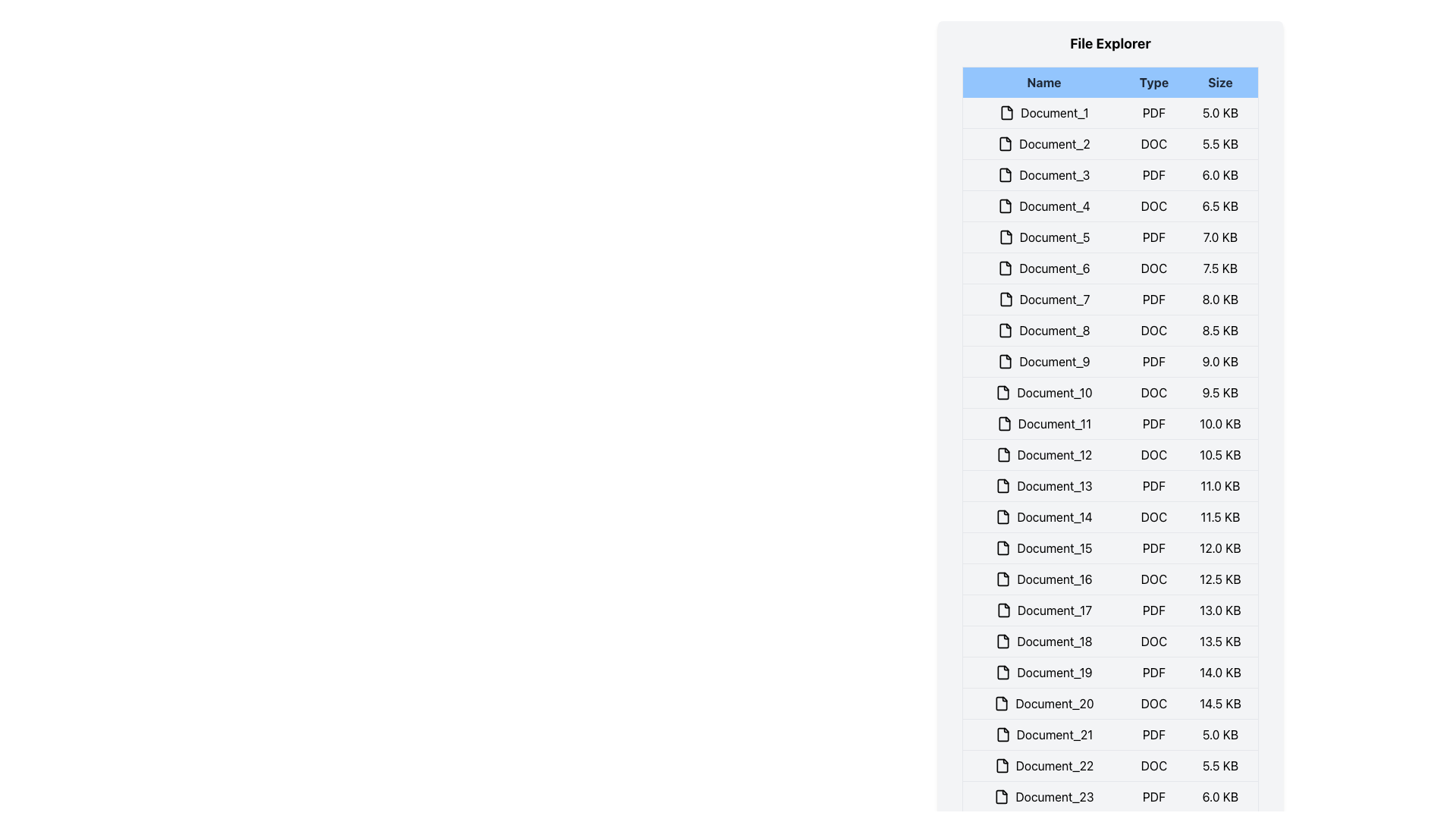 The image size is (1456, 819). Describe the element at coordinates (1220, 299) in the screenshot. I see `the text element displaying '8.0 KB' in the 'Size' column of the file explorer list for 'Document_7'` at that location.